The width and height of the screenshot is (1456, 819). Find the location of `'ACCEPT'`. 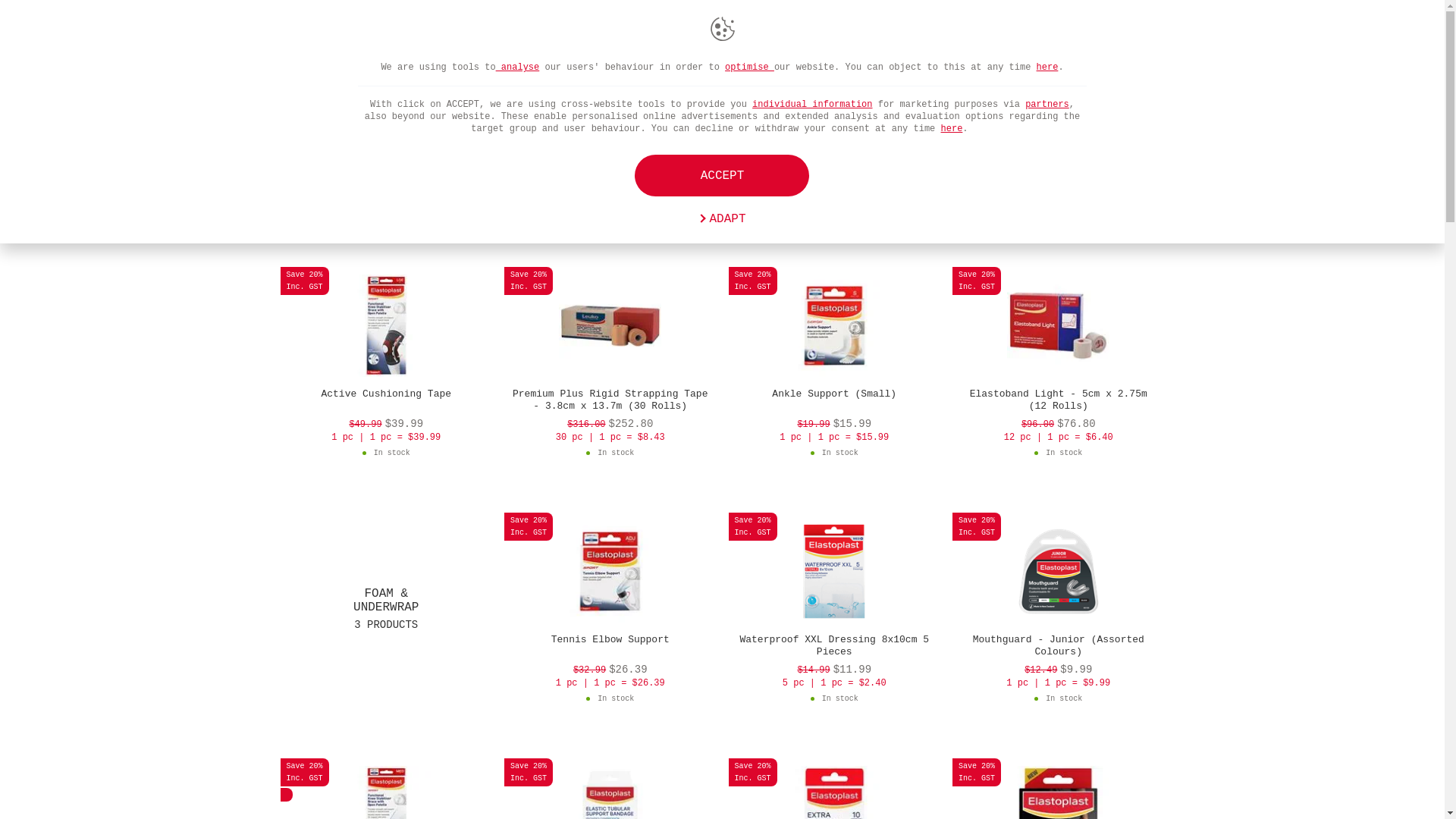

'ACCEPT' is located at coordinates (720, 174).